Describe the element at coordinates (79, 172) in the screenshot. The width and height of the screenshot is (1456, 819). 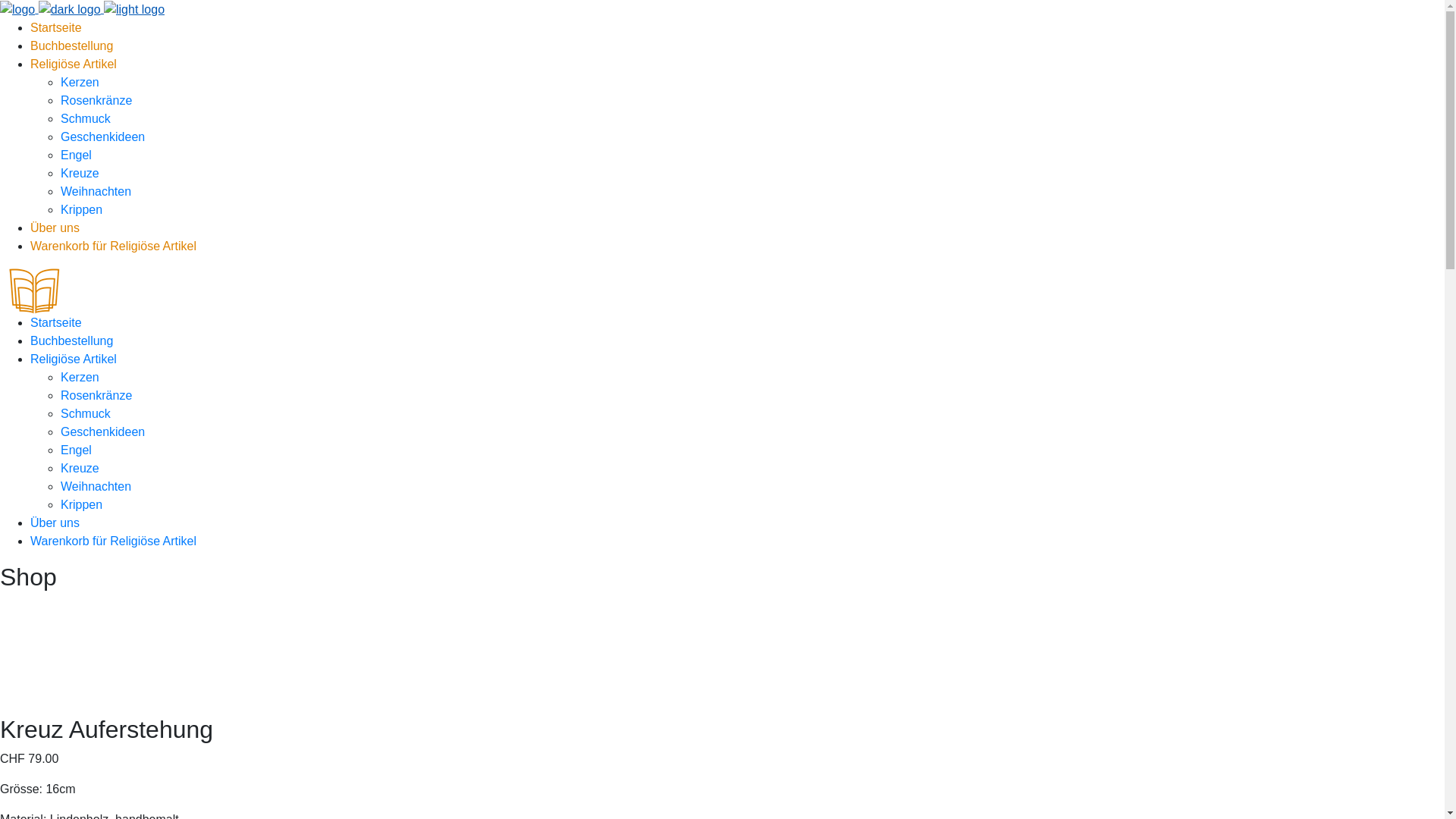
I see `'Kreuze'` at that location.